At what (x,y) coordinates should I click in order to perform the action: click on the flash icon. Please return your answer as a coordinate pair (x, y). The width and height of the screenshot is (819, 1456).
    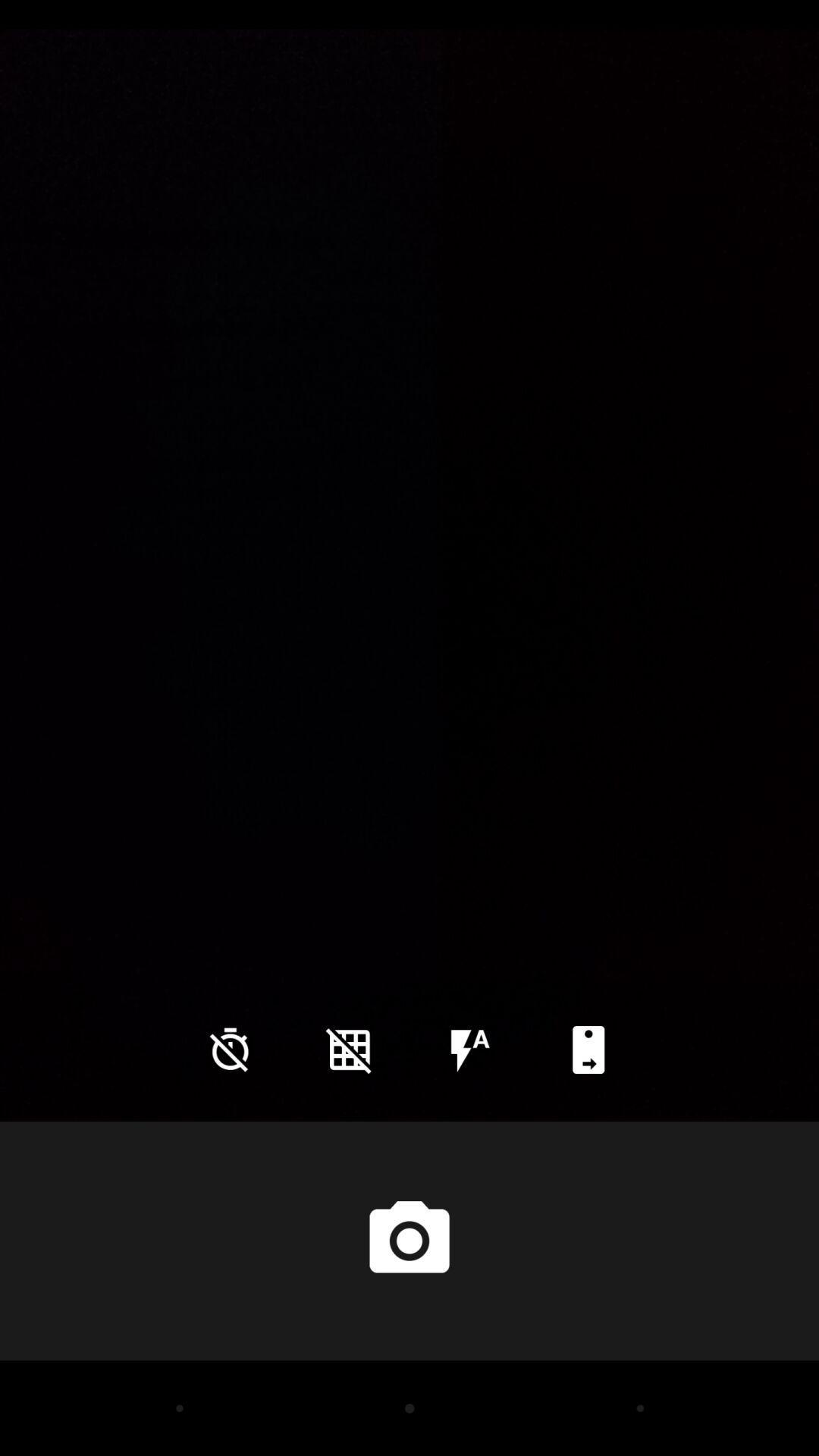
    Looking at the image, I should click on (468, 1049).